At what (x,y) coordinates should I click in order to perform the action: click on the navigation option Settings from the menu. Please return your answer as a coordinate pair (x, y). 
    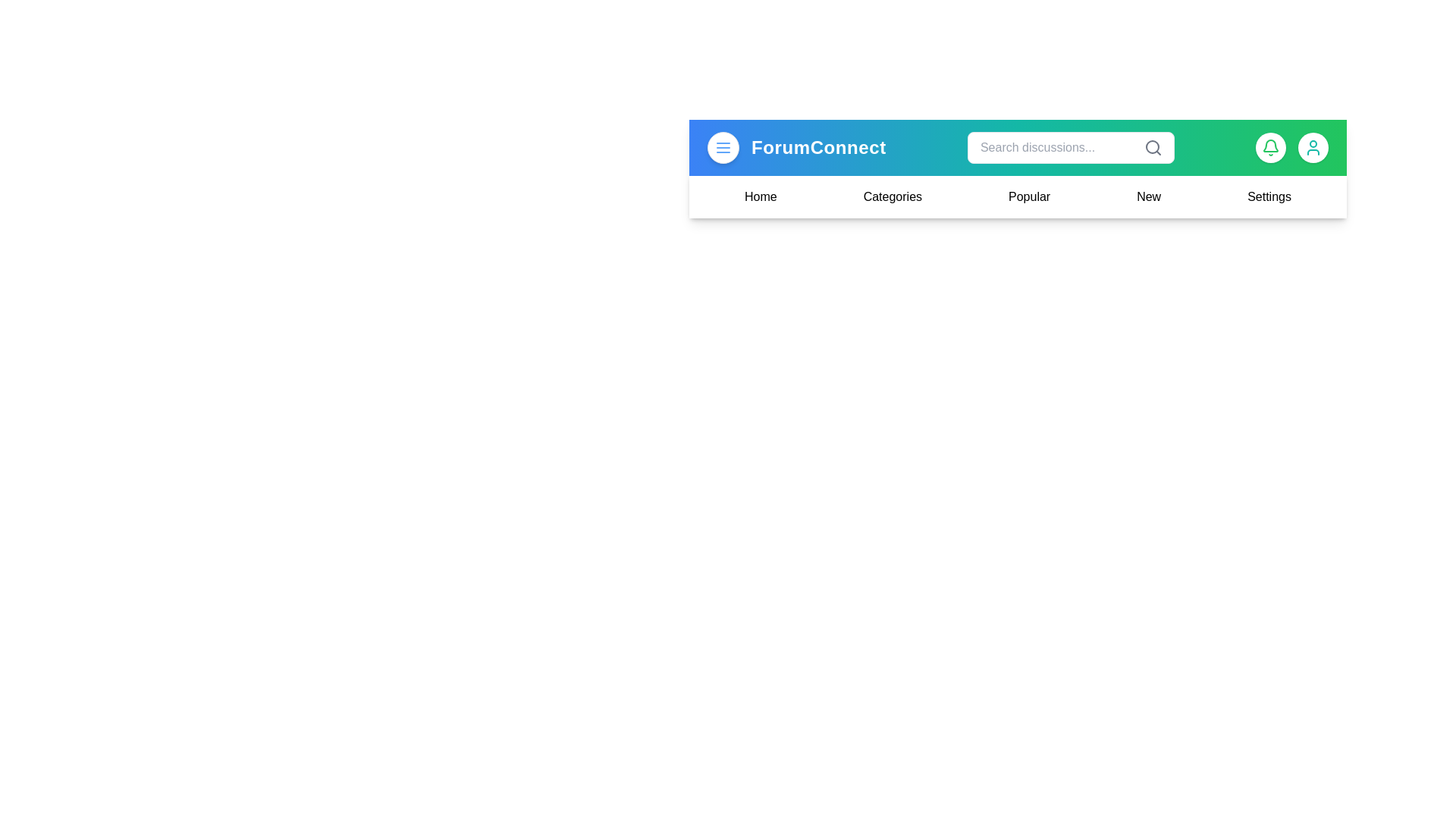
    Looking at the image, I should click on (1269, 196).